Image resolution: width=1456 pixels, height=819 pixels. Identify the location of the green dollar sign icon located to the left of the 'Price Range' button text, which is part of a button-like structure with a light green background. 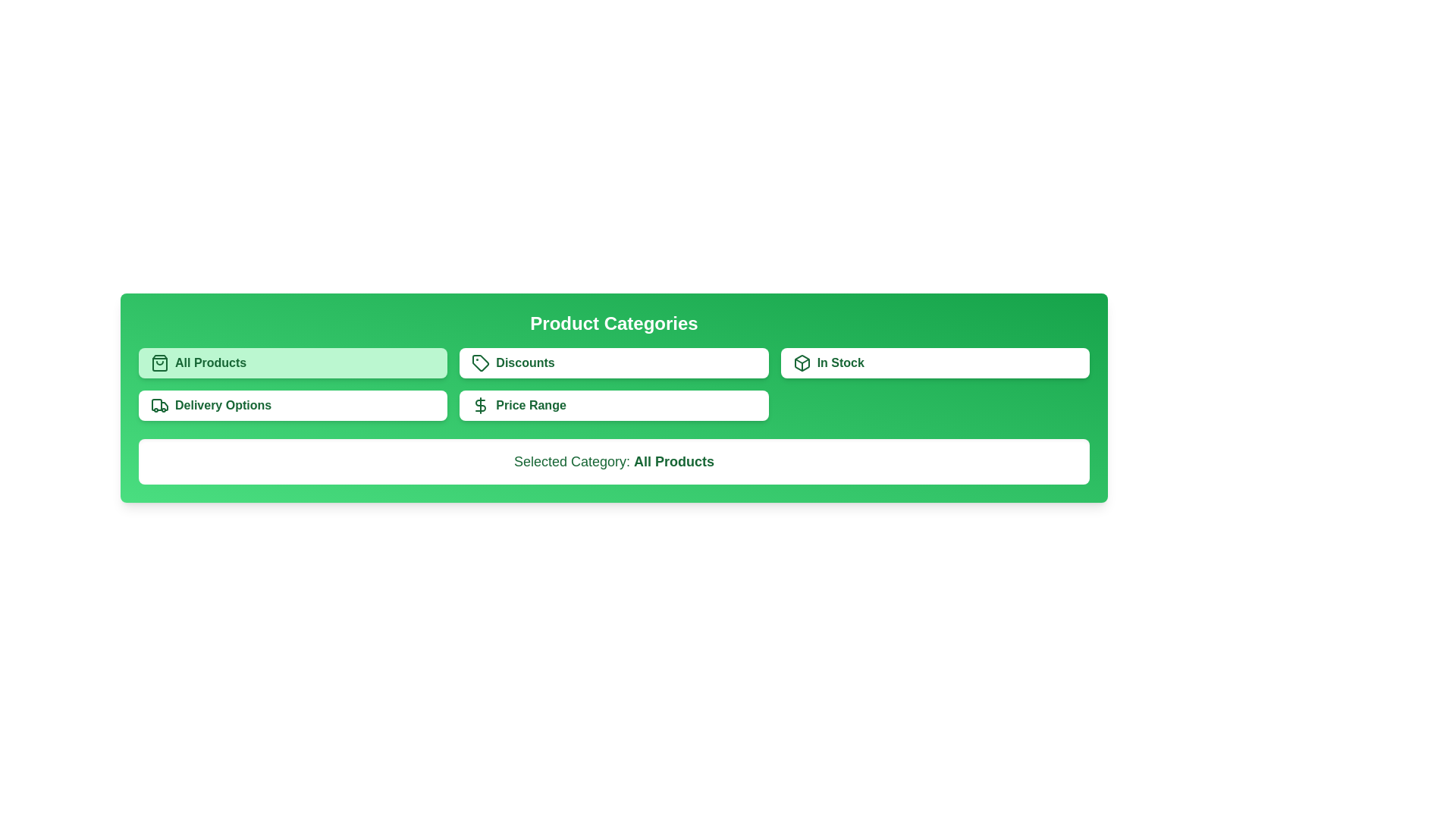
(480, 405).